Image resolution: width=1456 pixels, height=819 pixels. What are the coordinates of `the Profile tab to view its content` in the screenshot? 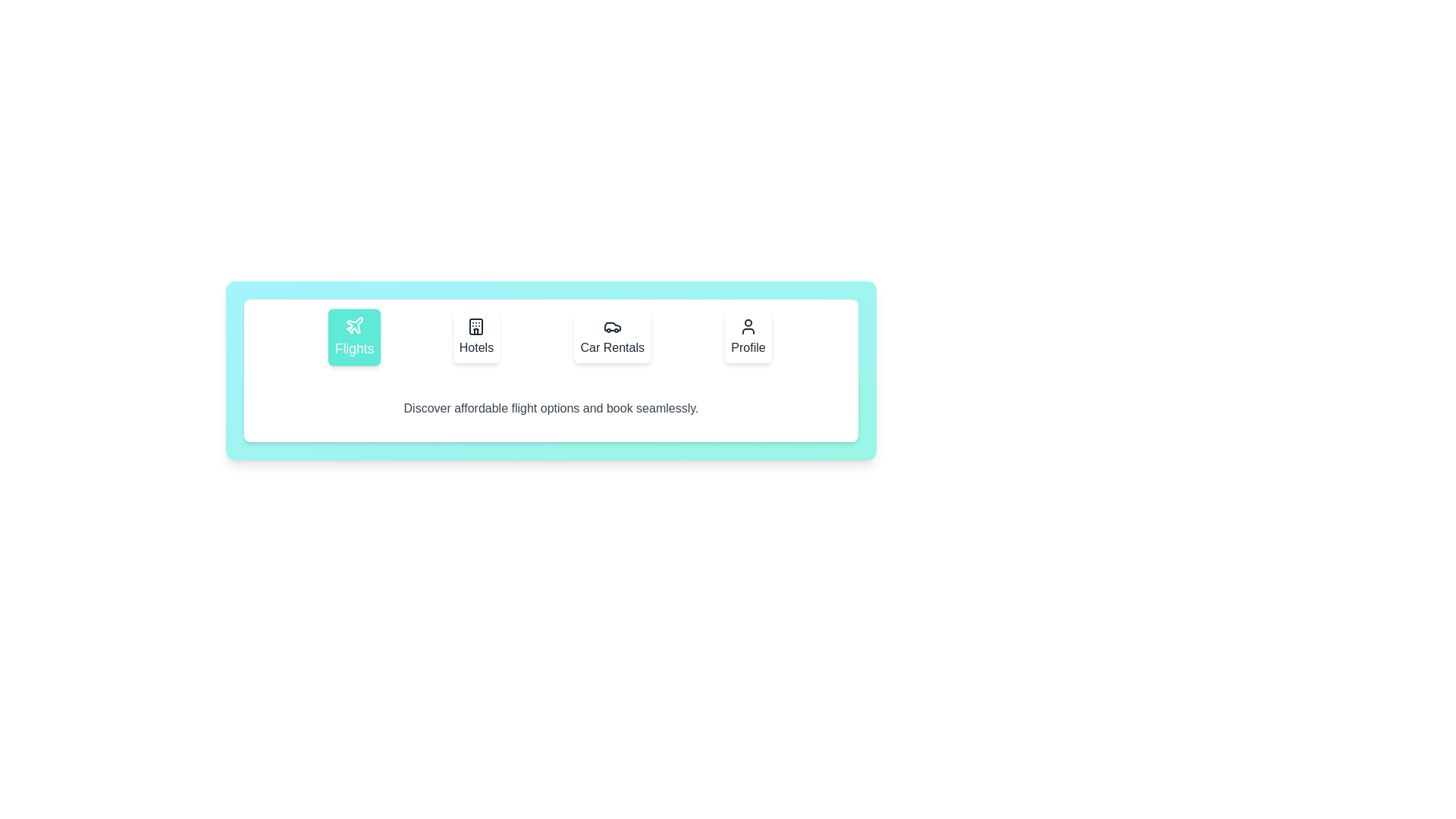 It's located at (748, 336).